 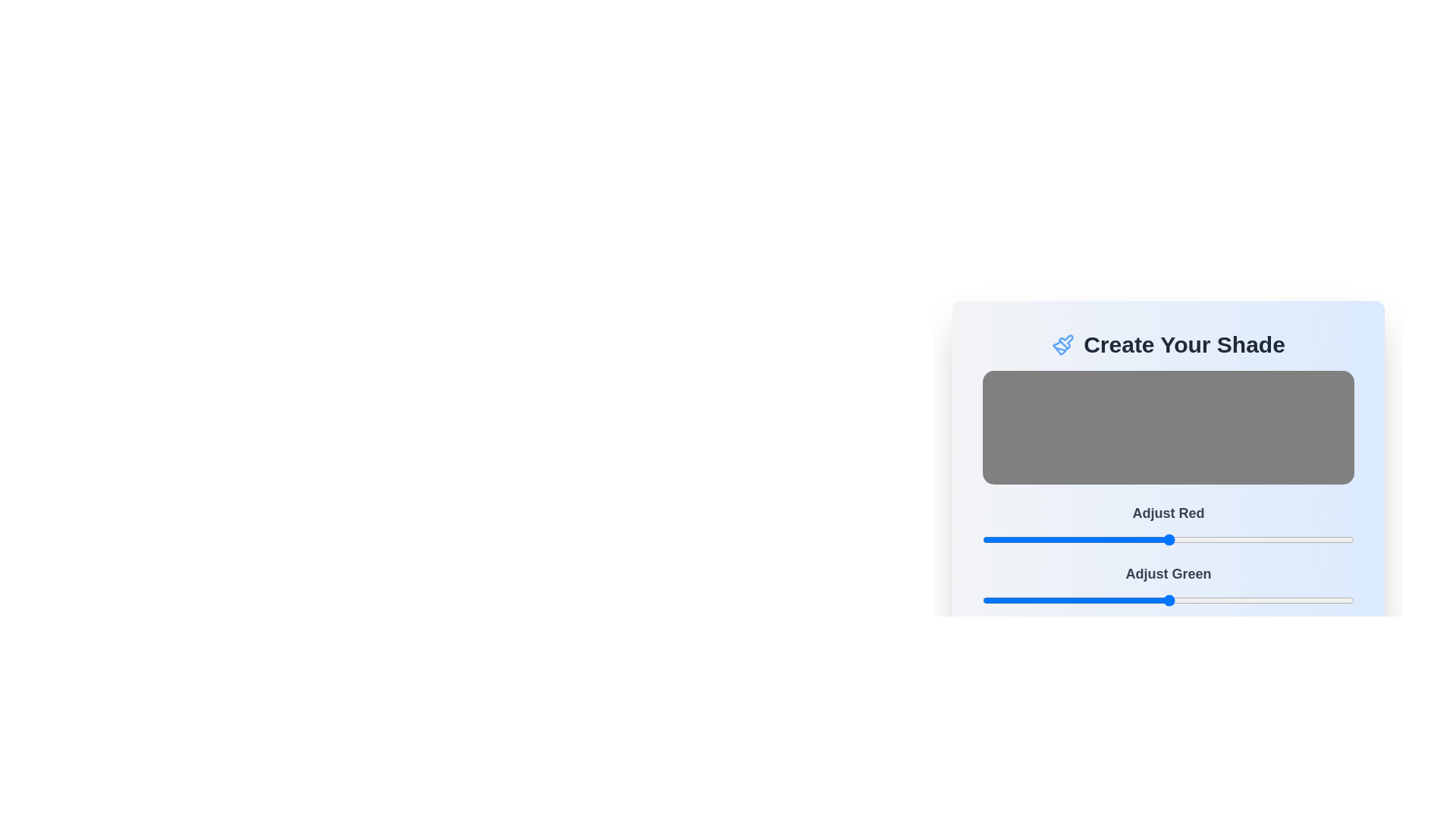 What do you see at coordinates (1096, 599) in the screenshot?
I see `the green color slider to 78` at bounding box center [1096, 599].